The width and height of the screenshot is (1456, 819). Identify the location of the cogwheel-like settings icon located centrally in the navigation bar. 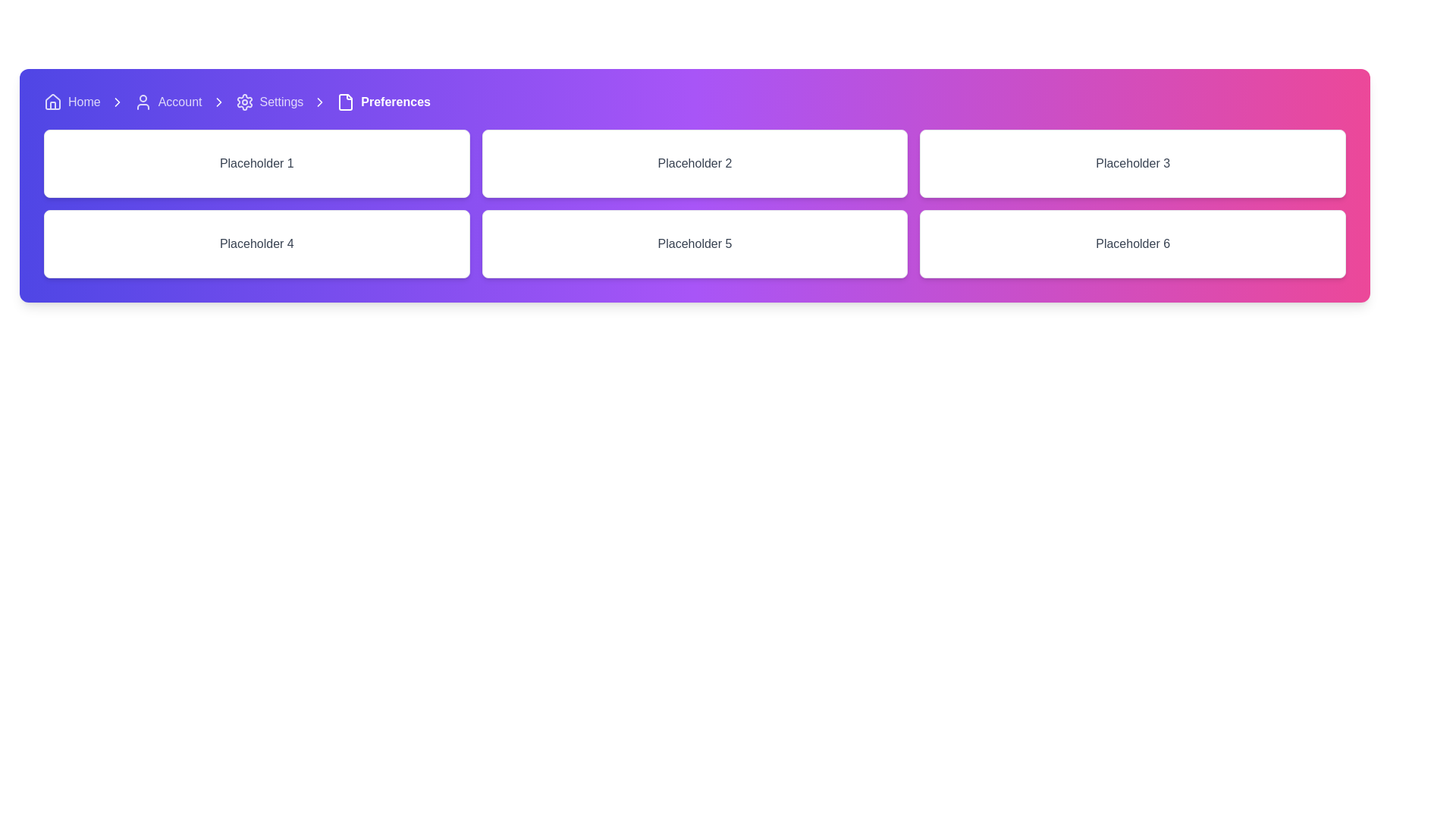
(244, 102).